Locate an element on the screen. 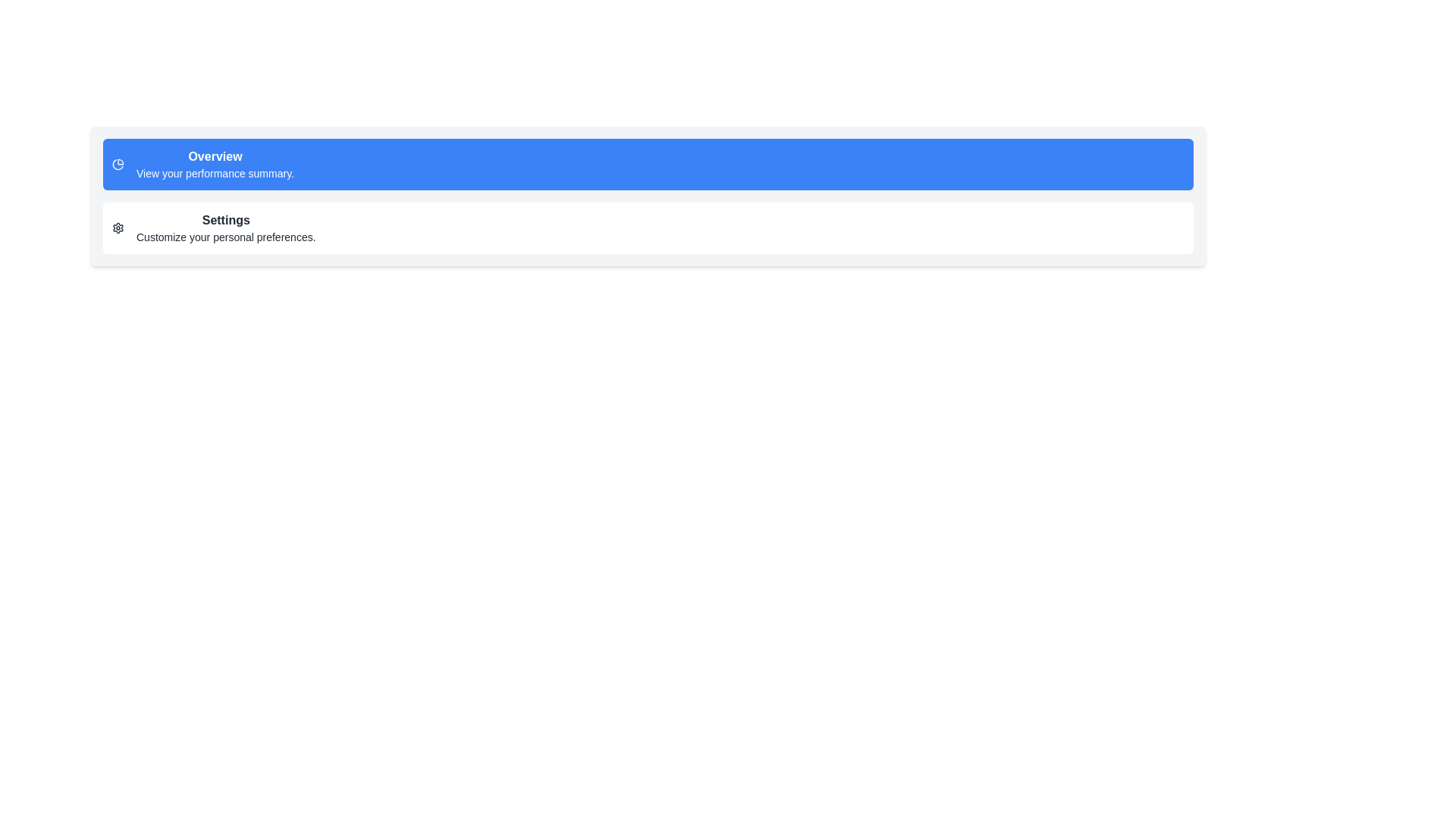 This screenshot has width=1456, height=819. the gear-shaped icon located to the left of the 'Settings' text is located at coordinates (118, 227).